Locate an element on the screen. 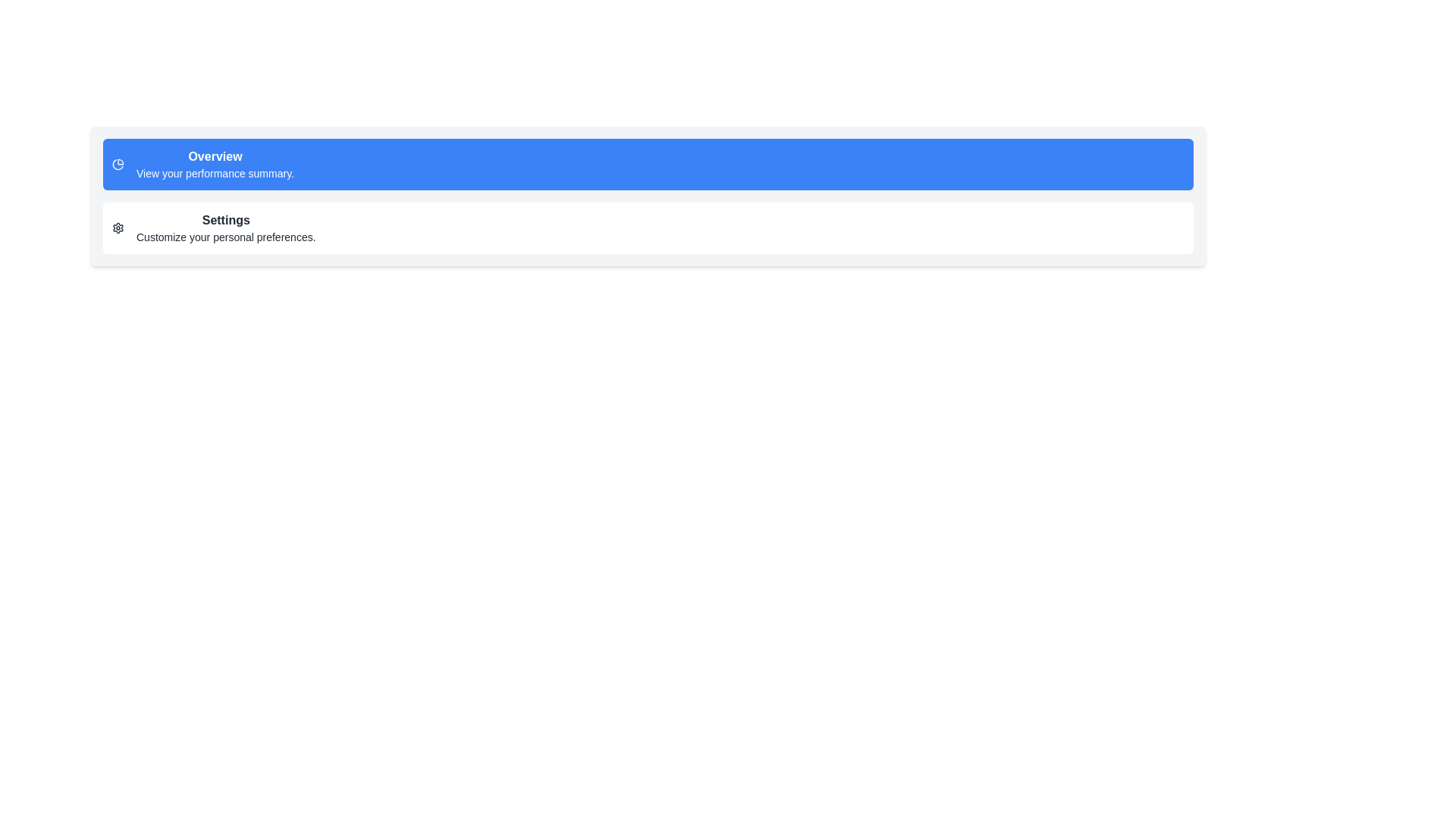 This screenshot has width=1456, height=819. the gear-shaped icon located to the left of the 'Settings' text is located at coordinates (118, 227).